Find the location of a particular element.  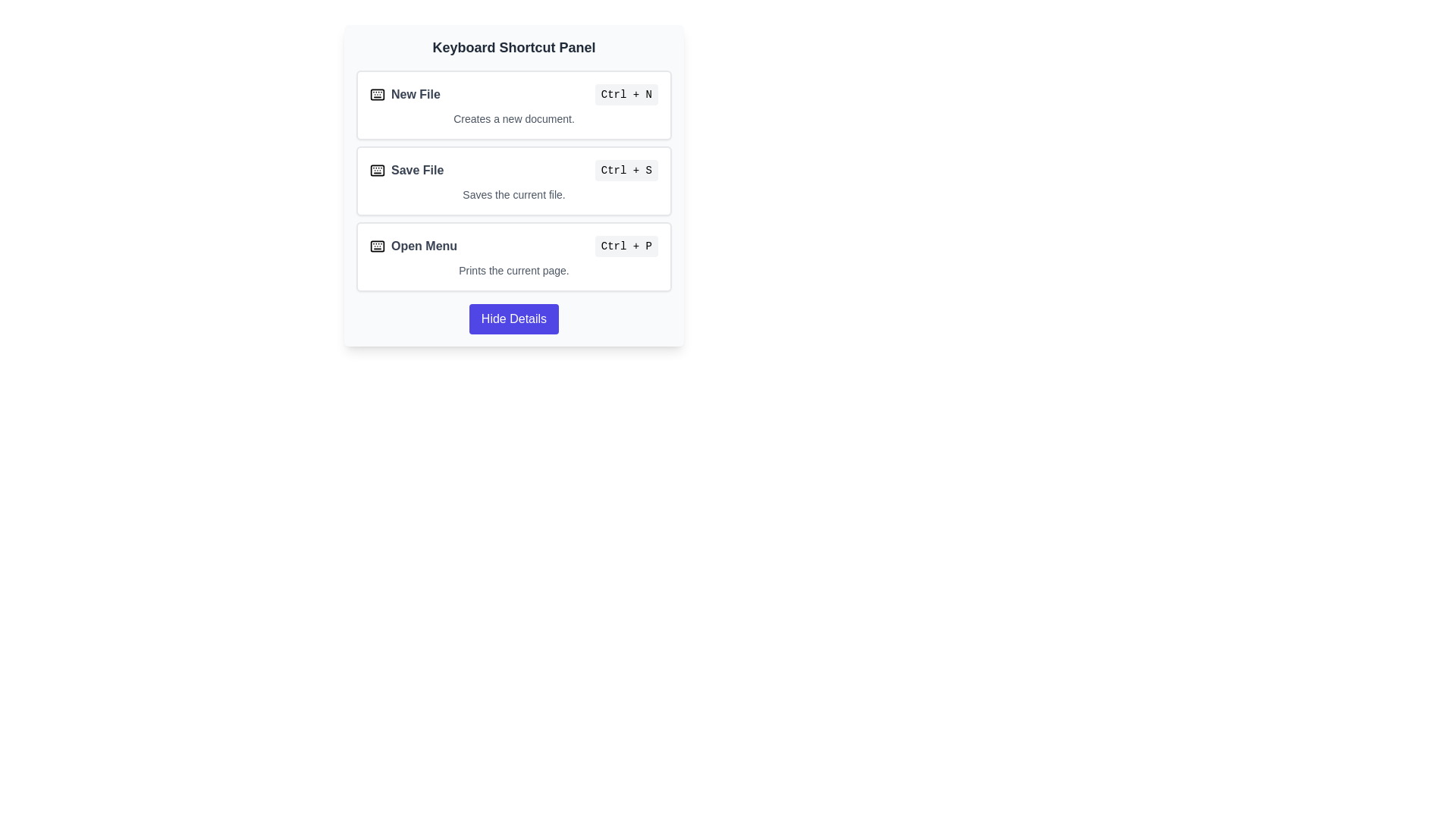

the 'Open Menu' icon located next to the text 'Open Menu' in the 'Keyboard Shortcut Panel' is located at coordinates (378, 245).